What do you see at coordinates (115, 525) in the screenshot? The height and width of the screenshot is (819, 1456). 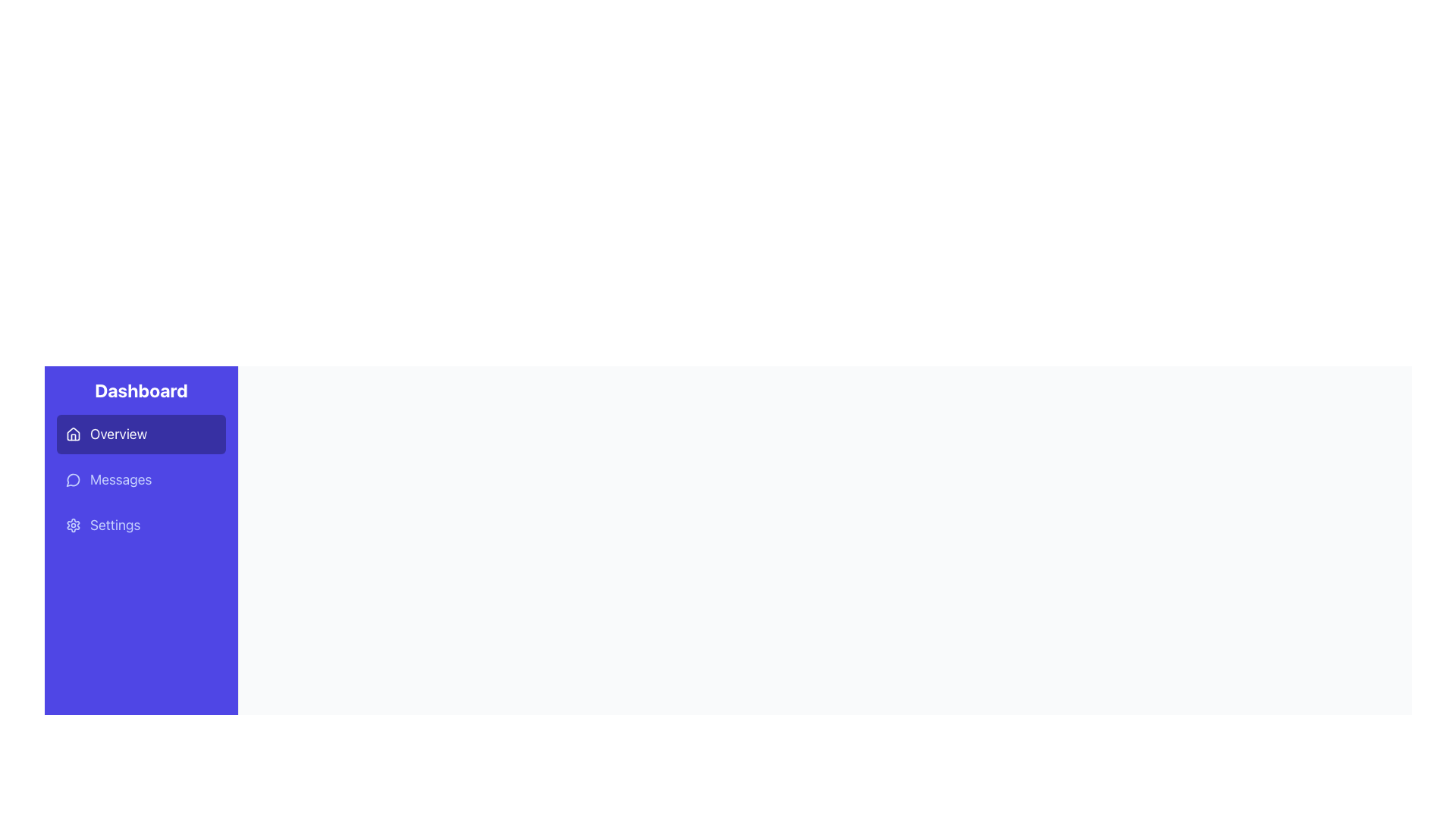 I see `the third text label in the vertical navigation menu` at bounding box center [115, 525].